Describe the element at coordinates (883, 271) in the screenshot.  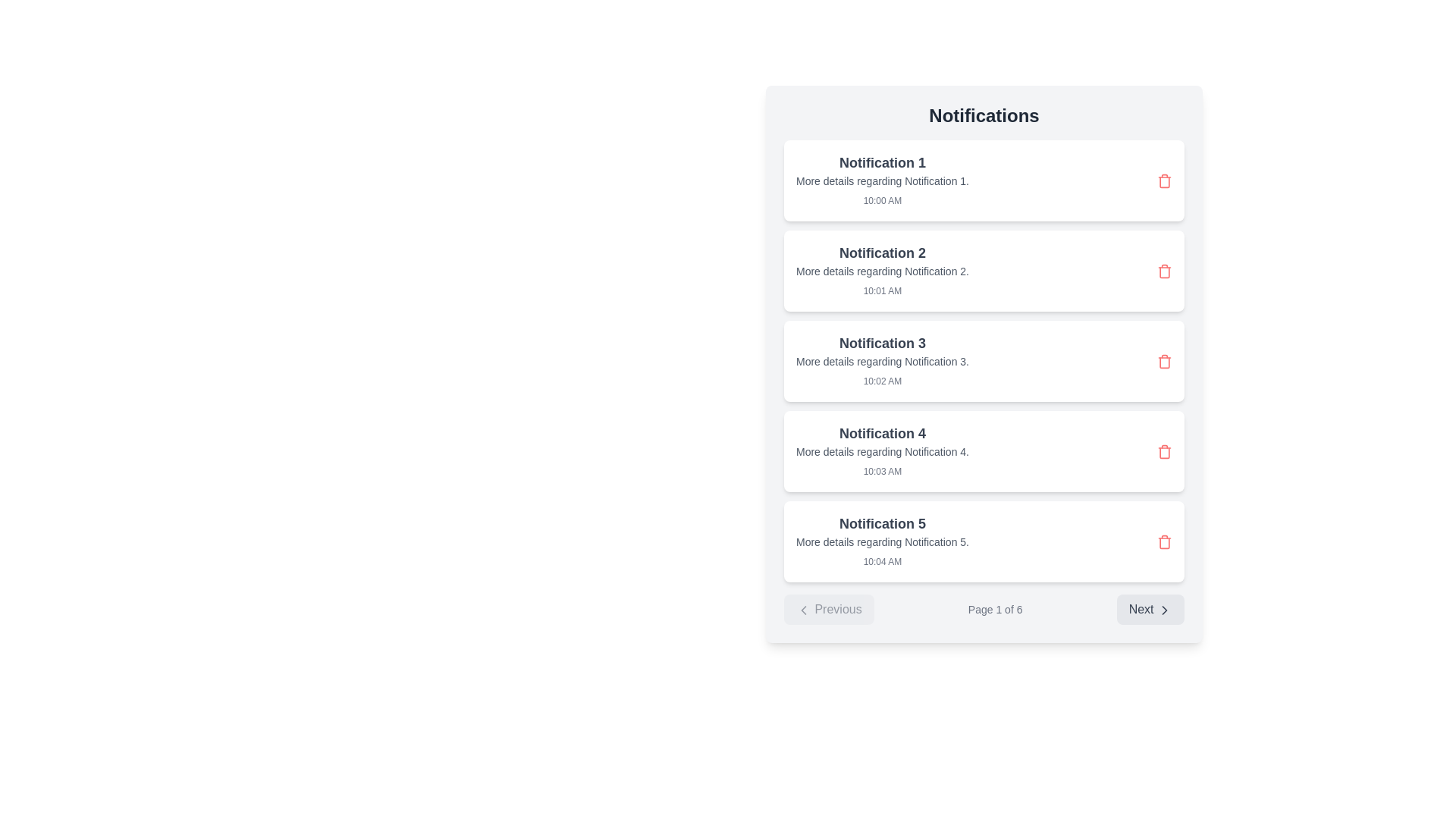
I see `the text label displaying 'More details regarding Notification 2.' located beneath the header 'Notification 2' in the second notification card` at that location.